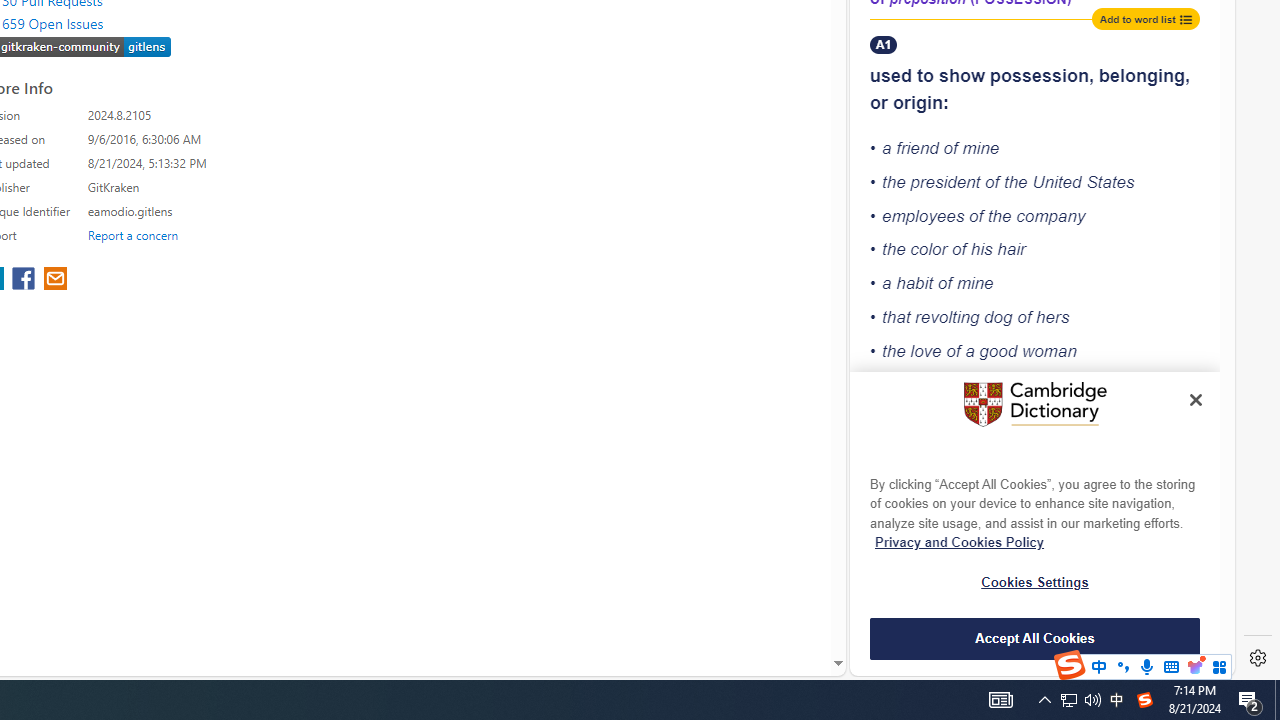  What do you see at coordinates (918, 102) in the screenshot?
I see `'origin'` at bounding box center [918, 102].